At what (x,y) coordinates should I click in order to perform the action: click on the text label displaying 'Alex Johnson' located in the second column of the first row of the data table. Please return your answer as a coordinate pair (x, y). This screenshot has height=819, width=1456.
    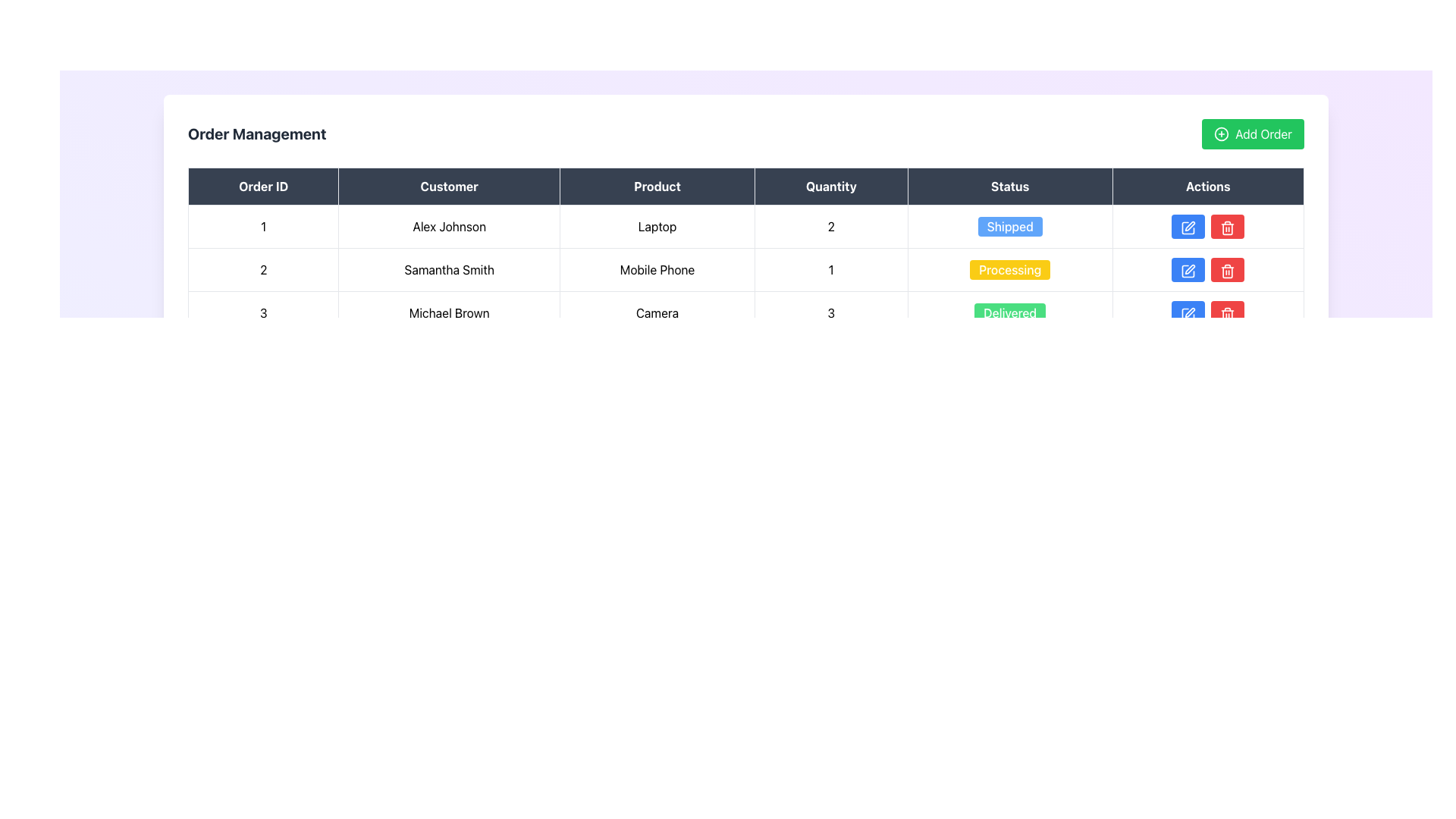
    Looking at the image, I should click on (448, 227).